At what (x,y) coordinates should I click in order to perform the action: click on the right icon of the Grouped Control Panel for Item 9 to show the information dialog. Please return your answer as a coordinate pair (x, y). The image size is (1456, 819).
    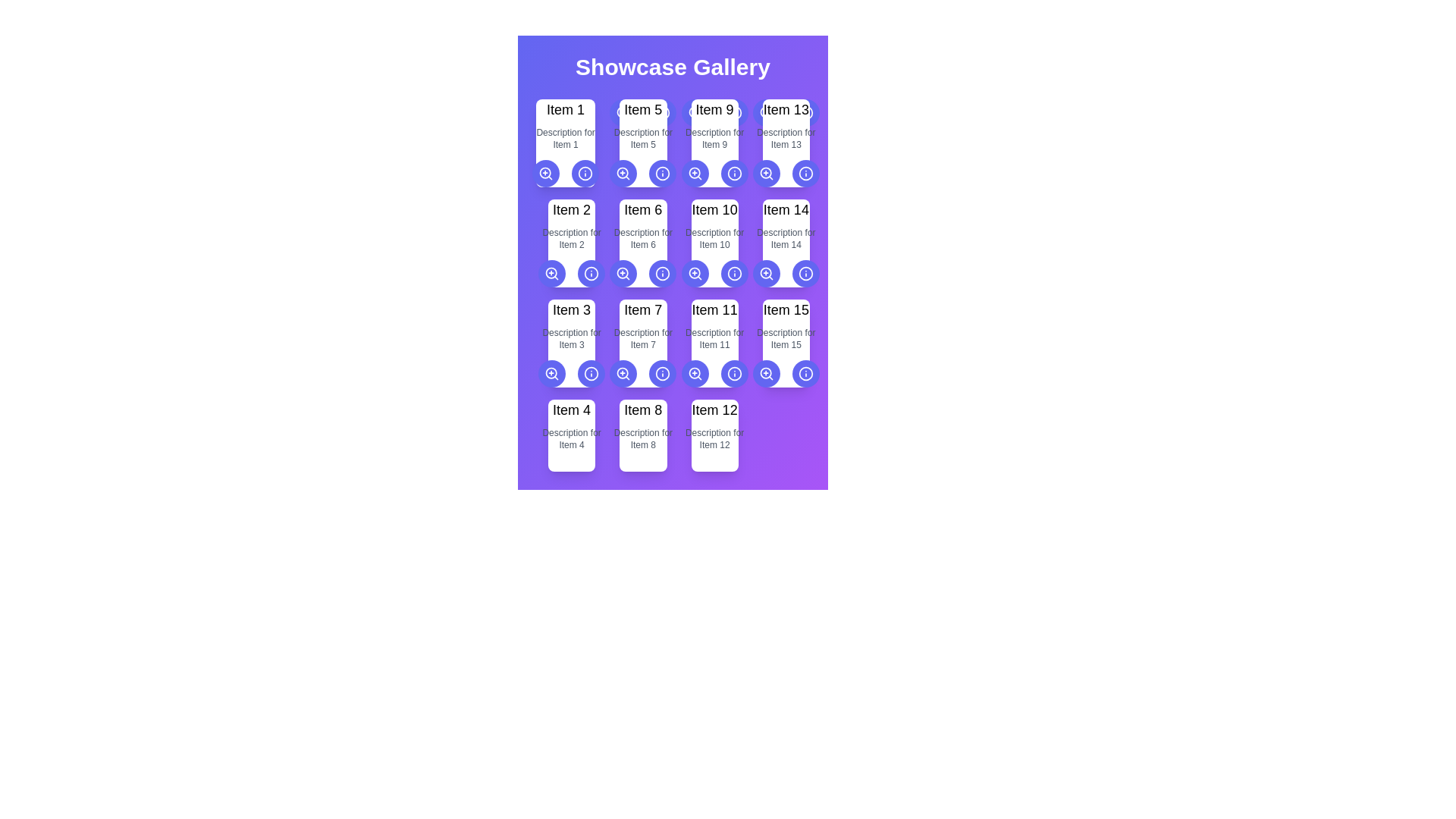
    Looking at the image, I should click on (714, 172).